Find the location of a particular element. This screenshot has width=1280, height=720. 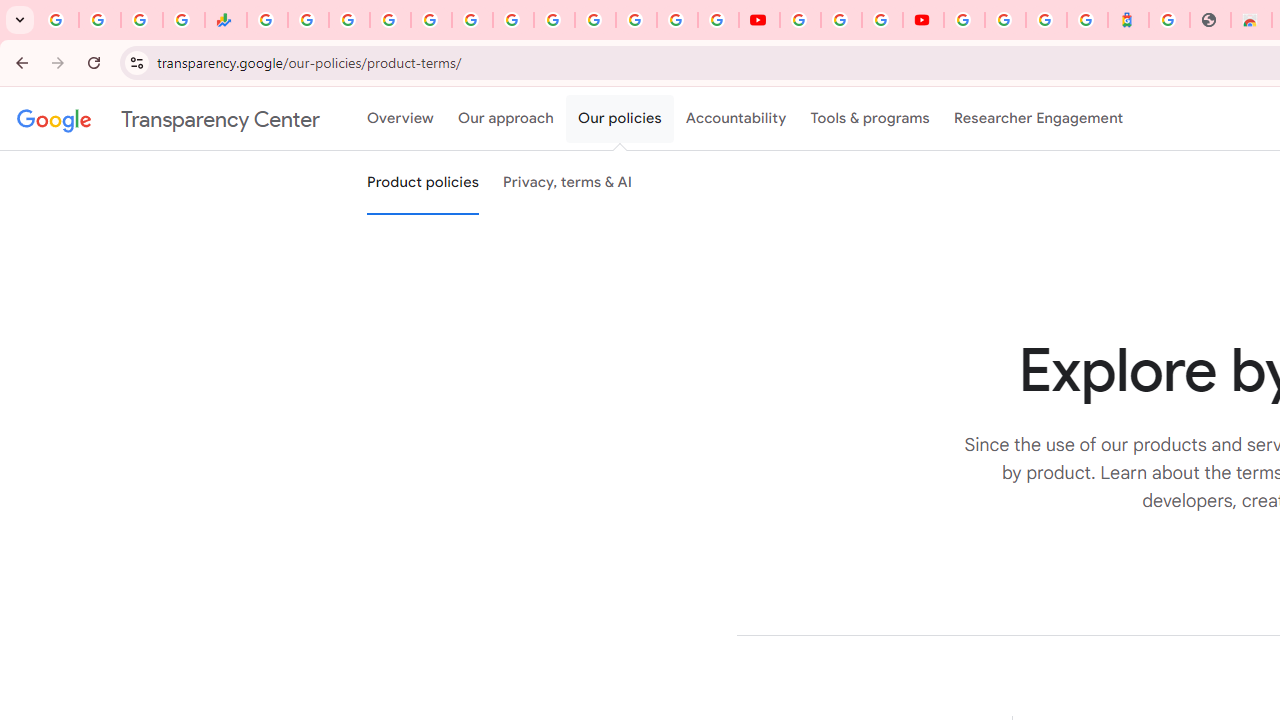

'YouTube' is located at coordinates (758, 20).